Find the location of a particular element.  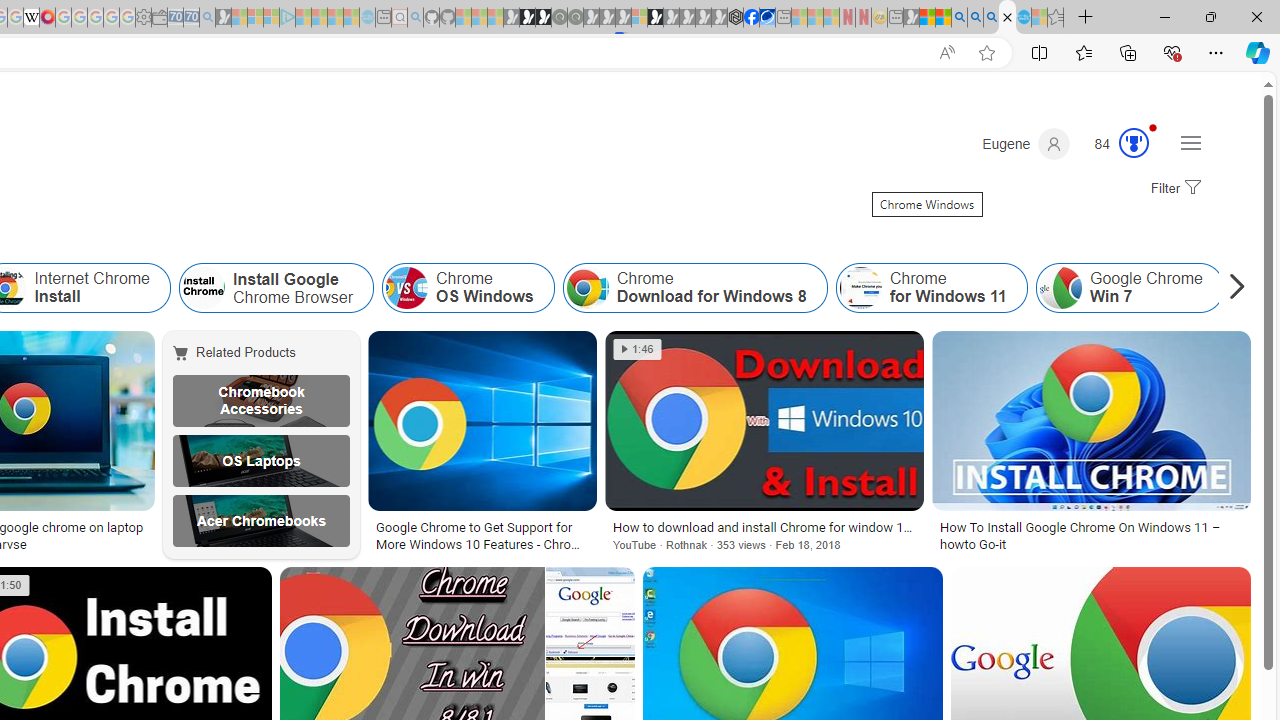

'Settings - Sleeping' is located at coordinates (142, 17).